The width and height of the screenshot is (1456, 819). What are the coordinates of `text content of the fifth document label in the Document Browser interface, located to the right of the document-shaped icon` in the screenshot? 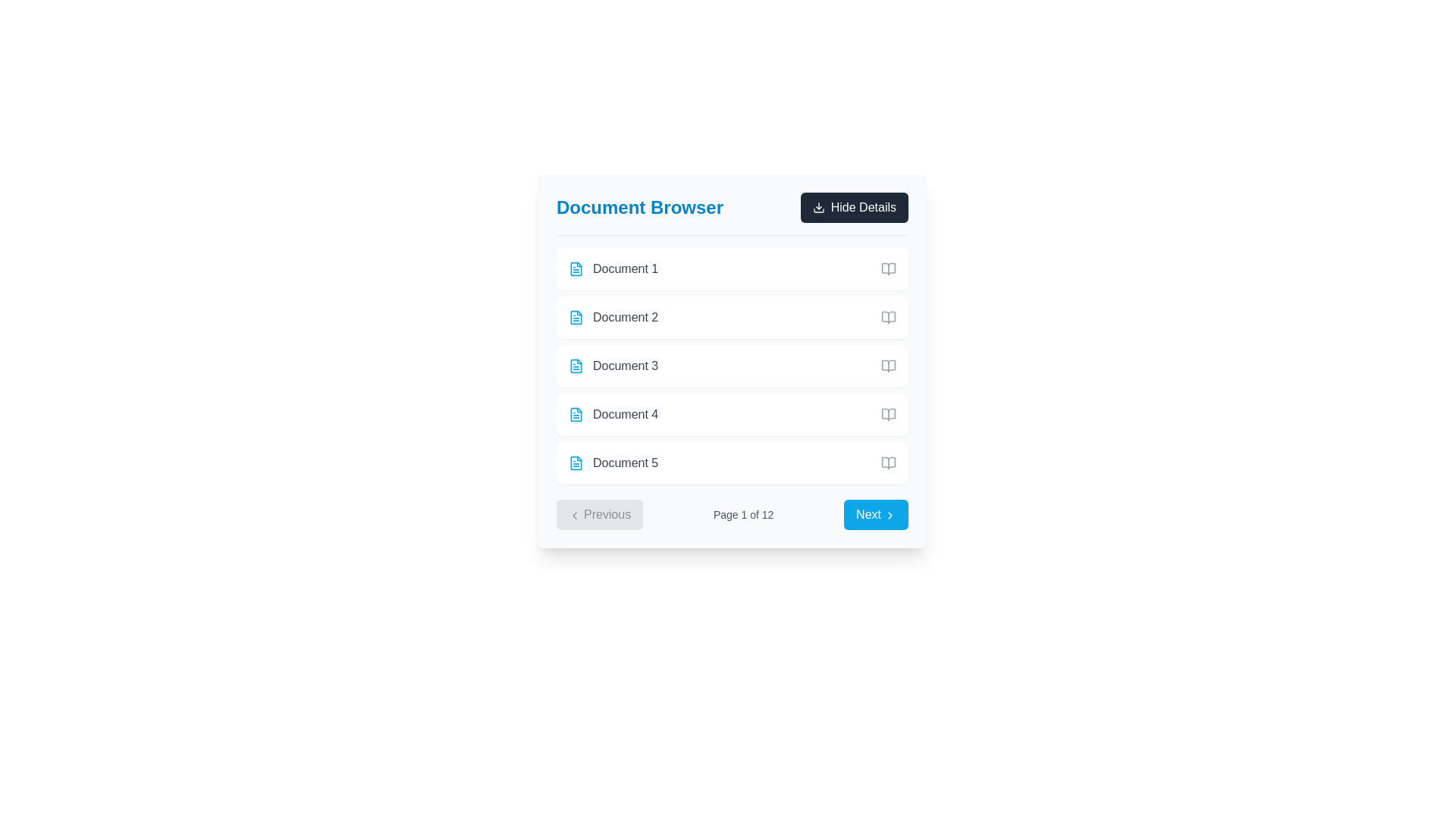 It's located at (626, 462).